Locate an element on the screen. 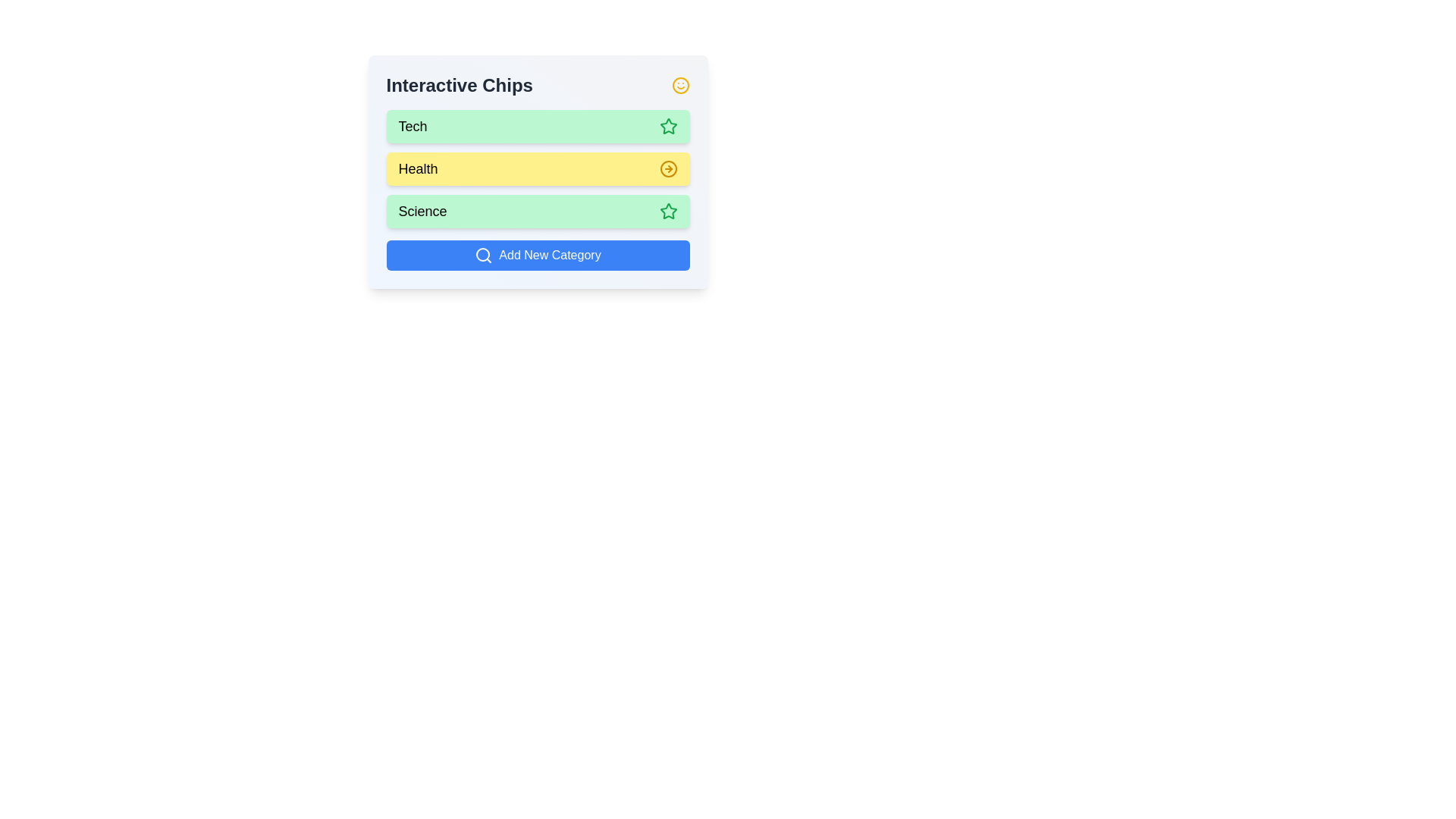 Image resolution: width=1456 pixels, height=819 pixels. the 'Add New Category' button to add a new category is located at coordinates (538, 254).